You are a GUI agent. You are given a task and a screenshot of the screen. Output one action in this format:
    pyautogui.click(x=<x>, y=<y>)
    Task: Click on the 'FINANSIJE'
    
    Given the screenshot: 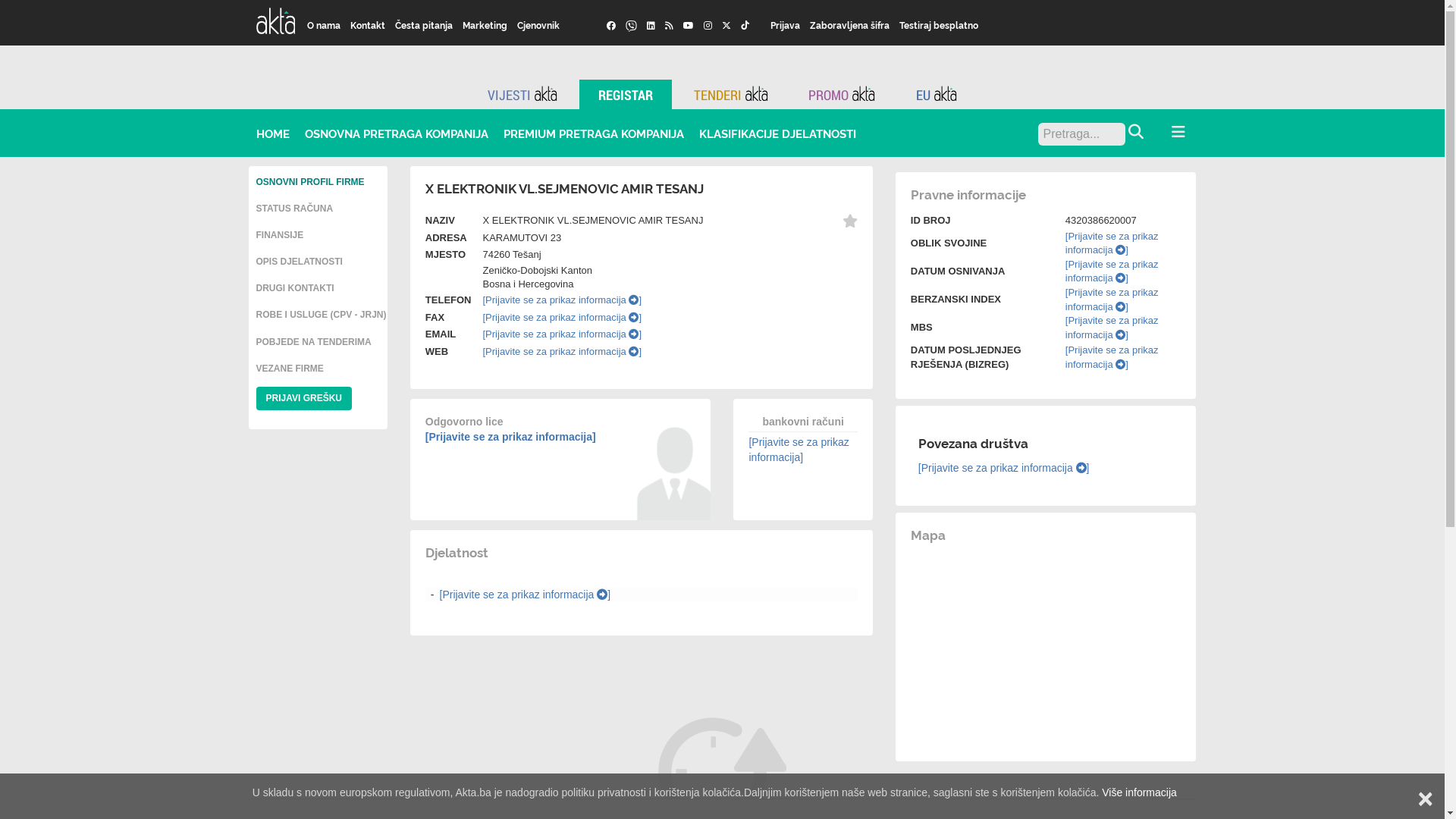 What is the action you would take?
    pyautogui.click(x=256, y=234)
    